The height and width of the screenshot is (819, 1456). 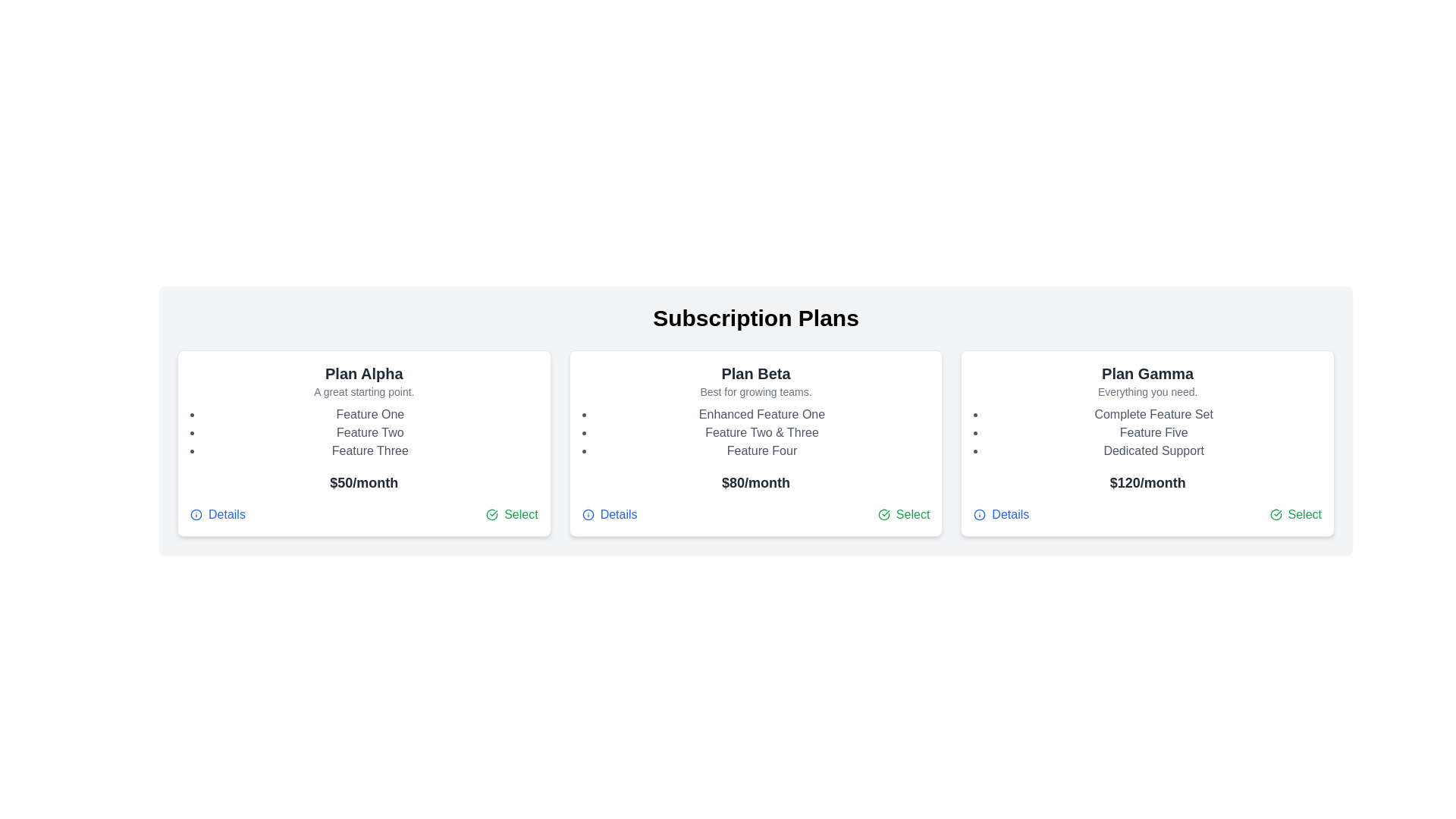 I want to click on the Text List that lists the features included in the 'Plan Gamma' subscription plan, located below the subheader text 'Everything you need.', so click(x=1153, y=432).